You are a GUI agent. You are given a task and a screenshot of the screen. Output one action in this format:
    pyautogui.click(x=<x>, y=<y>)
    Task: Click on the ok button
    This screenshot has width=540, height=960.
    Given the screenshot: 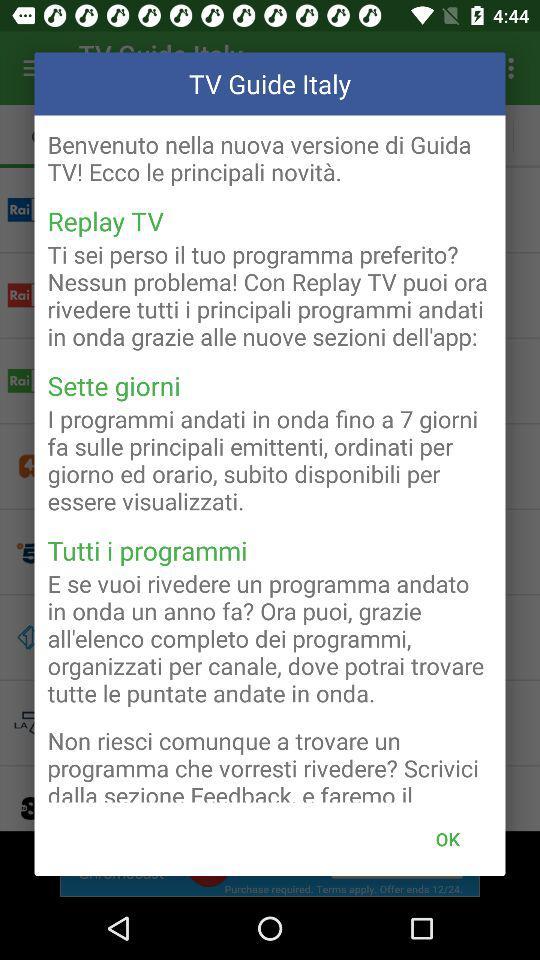 What is the action you would take?
    pyautogui.click(x=447, y=839)
    